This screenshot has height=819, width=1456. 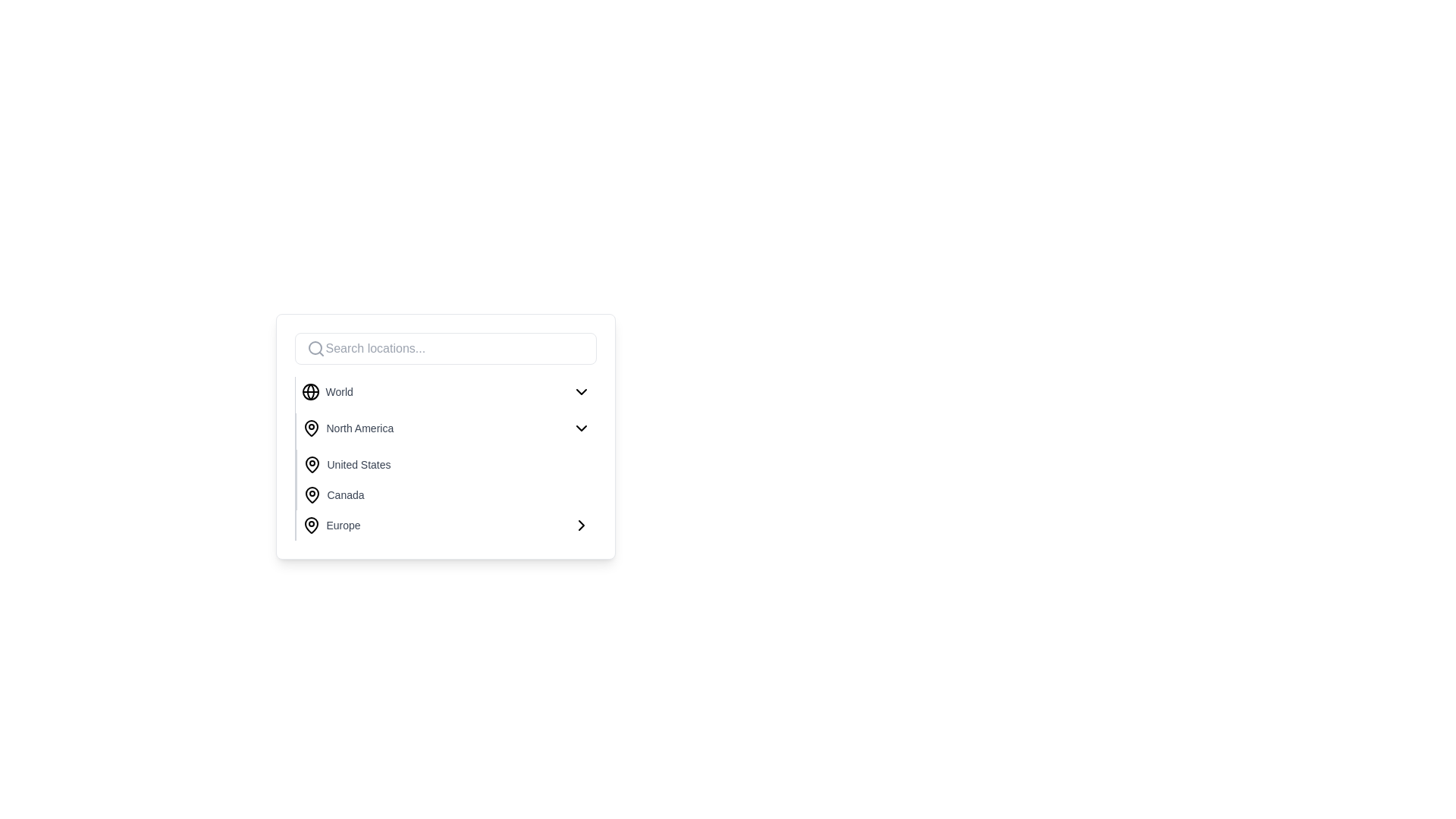 What do you see at coordinates (445, 475) in the screenshot?
I see `the 'United States' option in the geographic choices dropdown menu under the 'World' section` at bounding box center [445, 475].